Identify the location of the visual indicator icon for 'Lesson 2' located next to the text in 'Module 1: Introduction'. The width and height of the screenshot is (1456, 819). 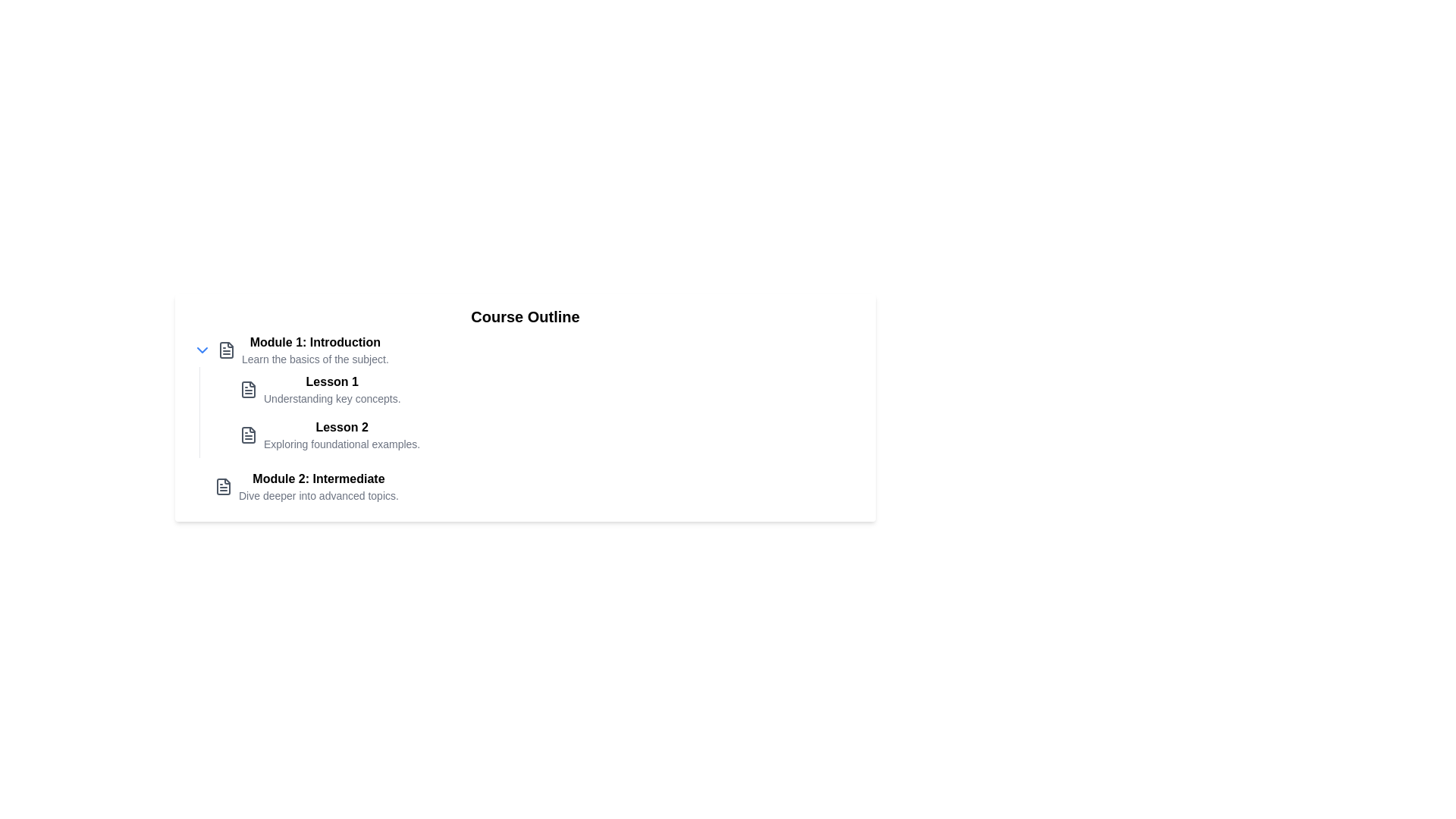
(248, 435).